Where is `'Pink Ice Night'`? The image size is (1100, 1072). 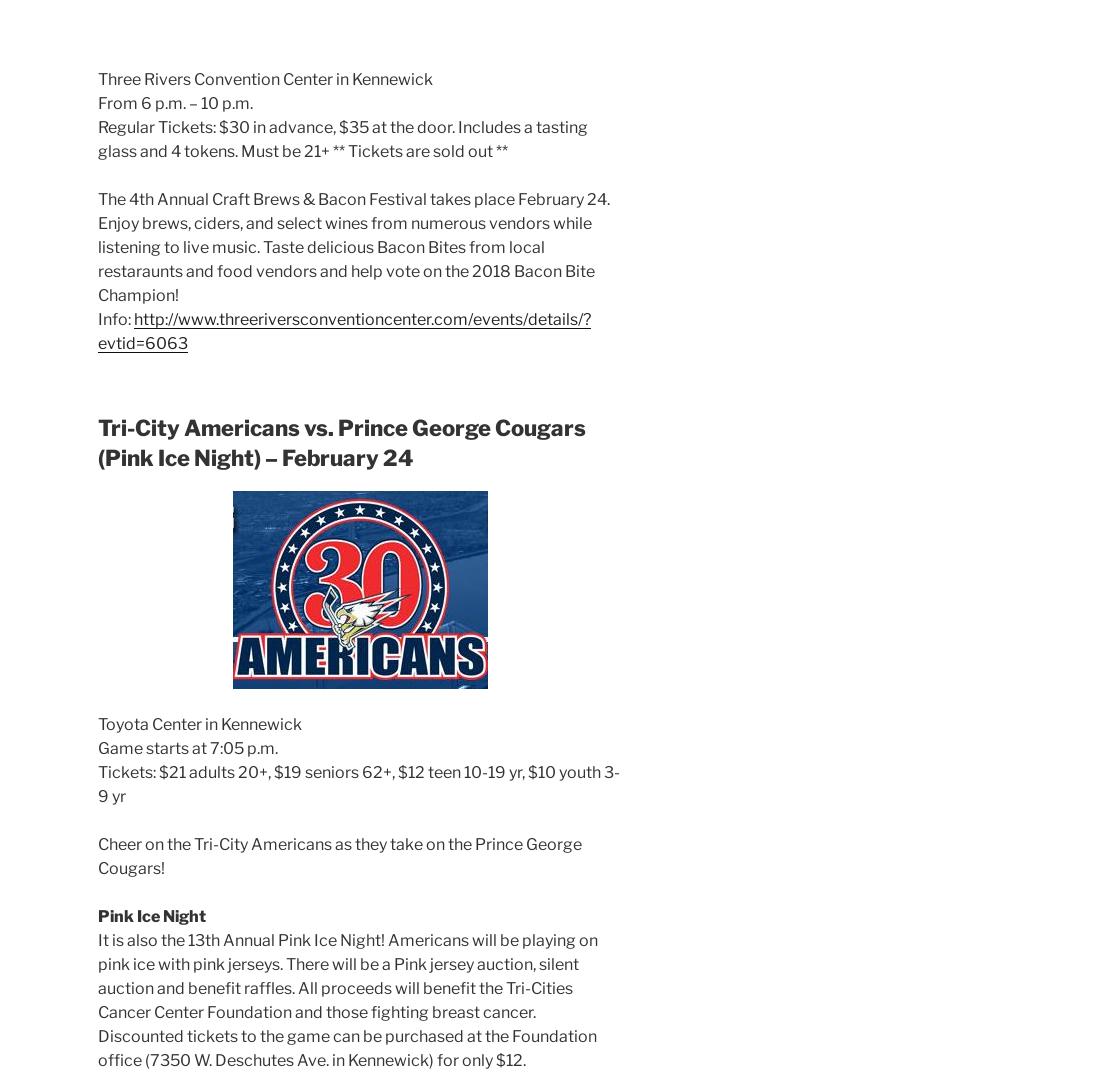 'Pink Ice Night' is located at coordinates (151, 915).